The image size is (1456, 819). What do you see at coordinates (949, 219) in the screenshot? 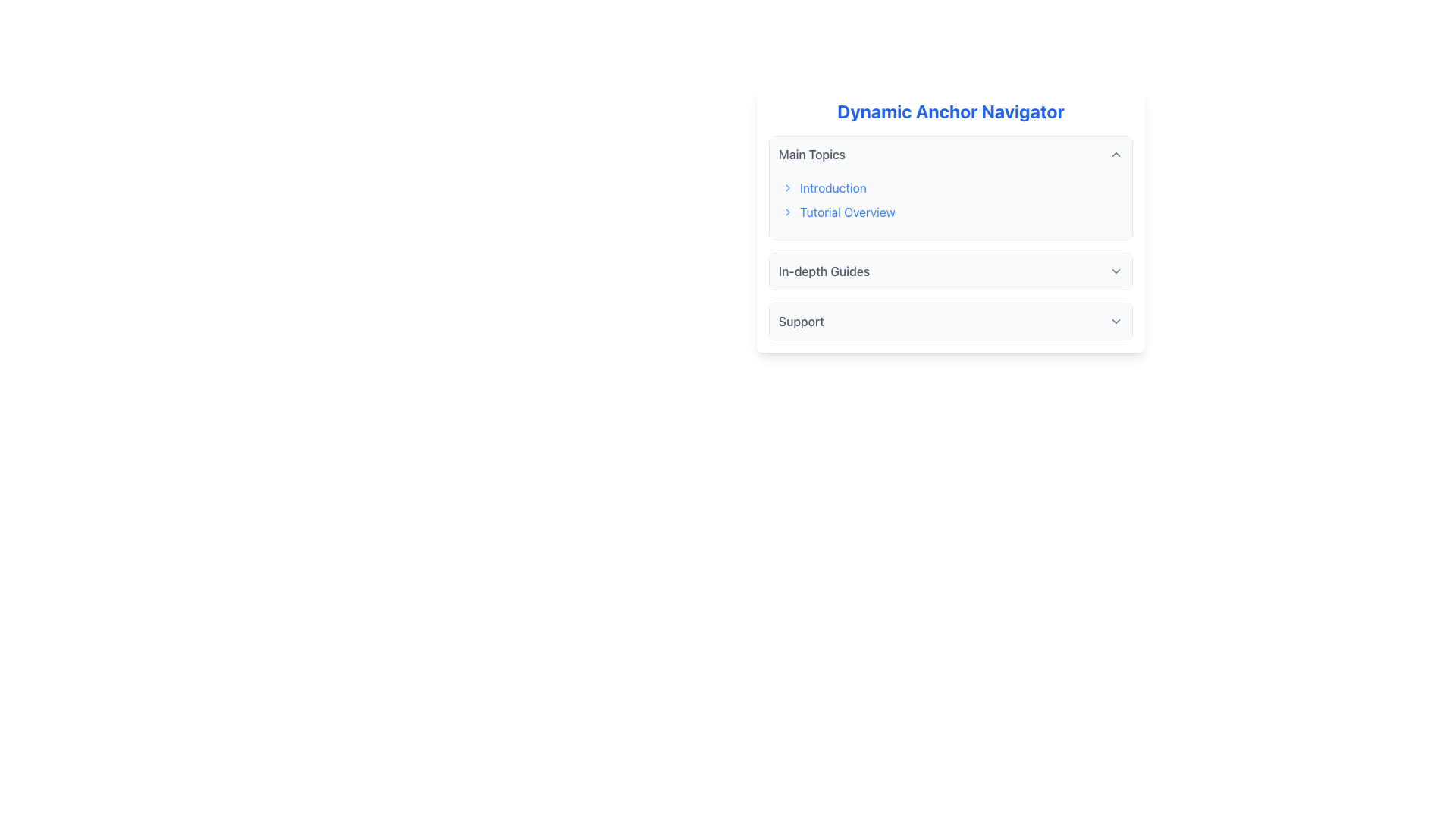
I see `the Collapsible Navigation Panel titled 'Dynamic Anchor Navigator'` at bounding box center [949, 219].